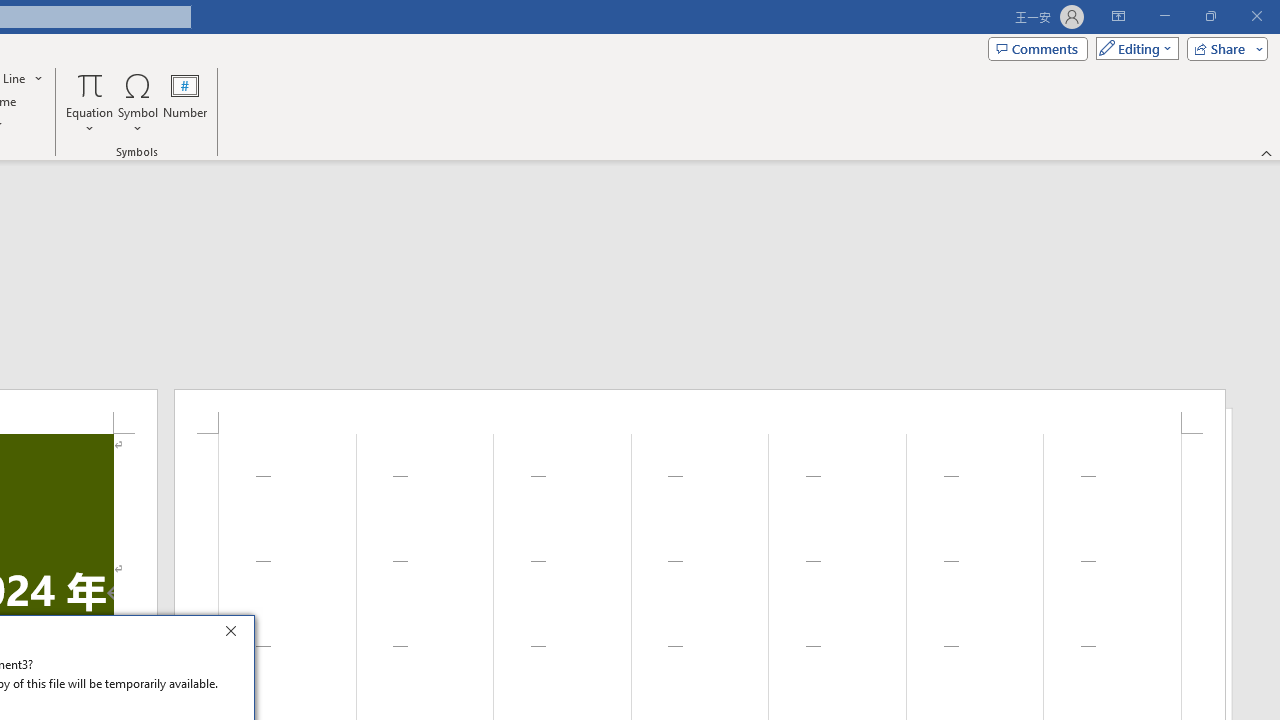  Describe the element at coordinates (89, 84) in the screenshot. I see `'Equation'` at that location.